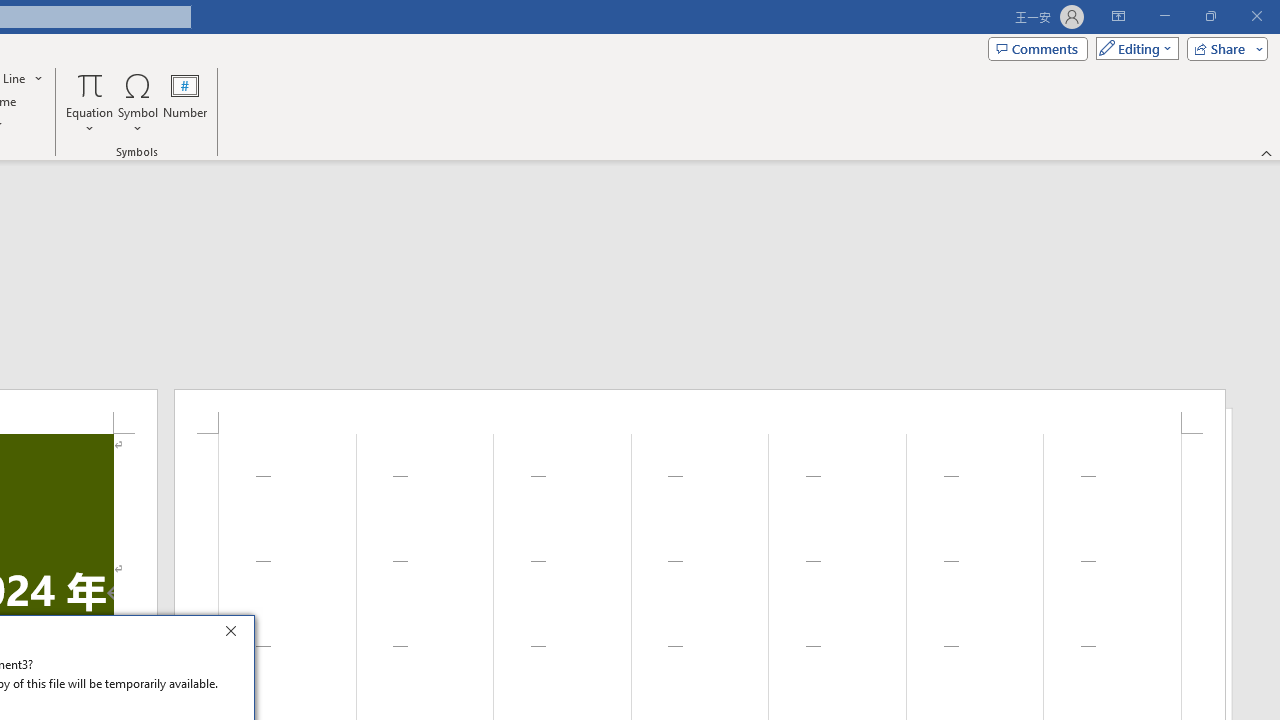  Describe the element at coordinates (89, 84) in the screenshot. I see `'Equation'` at that location.